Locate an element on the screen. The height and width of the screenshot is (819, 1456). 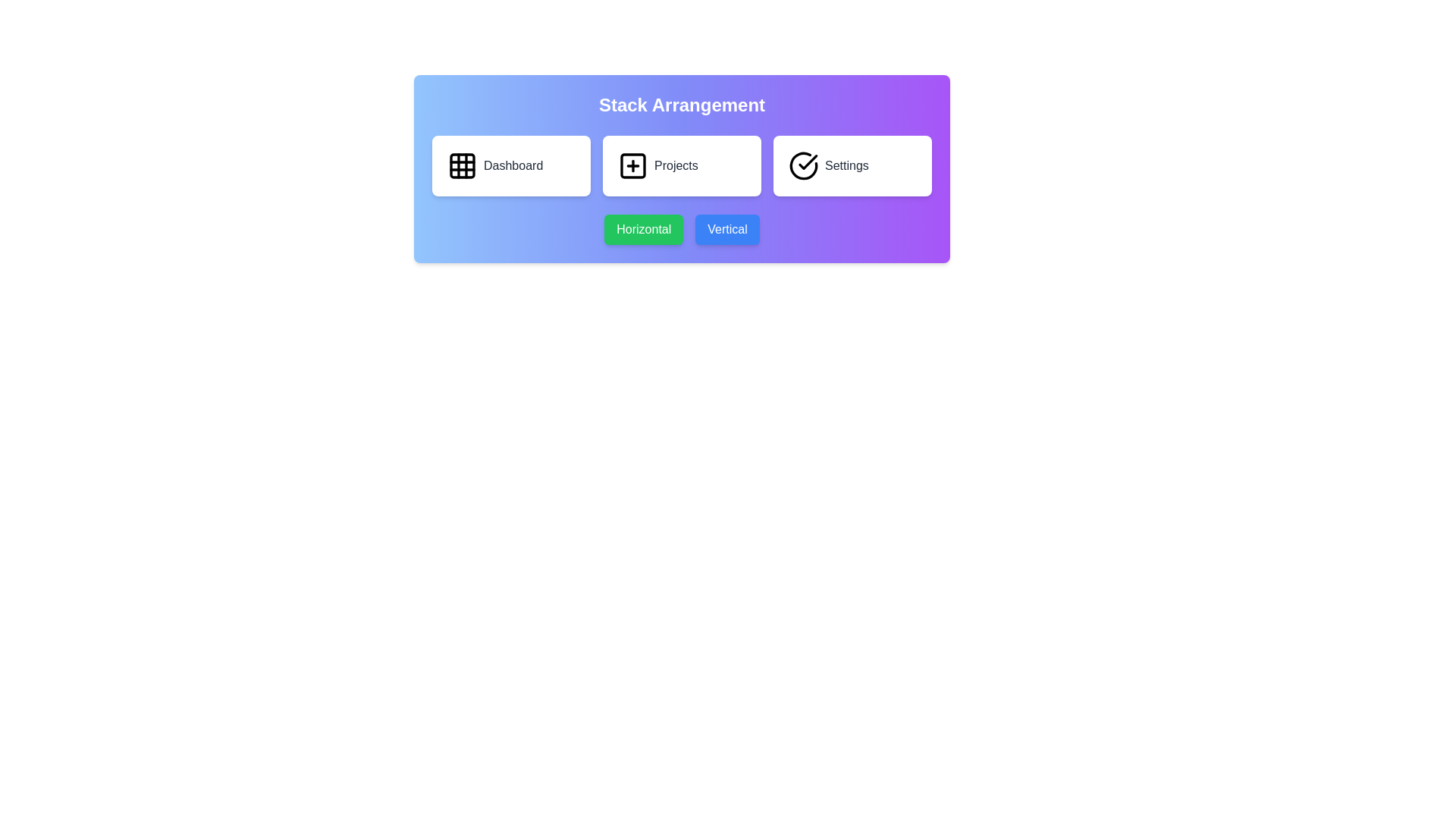
the 'Horizontal' button located below the 'Projects' button to observe the hover effect is located at coordinates (681, 212).